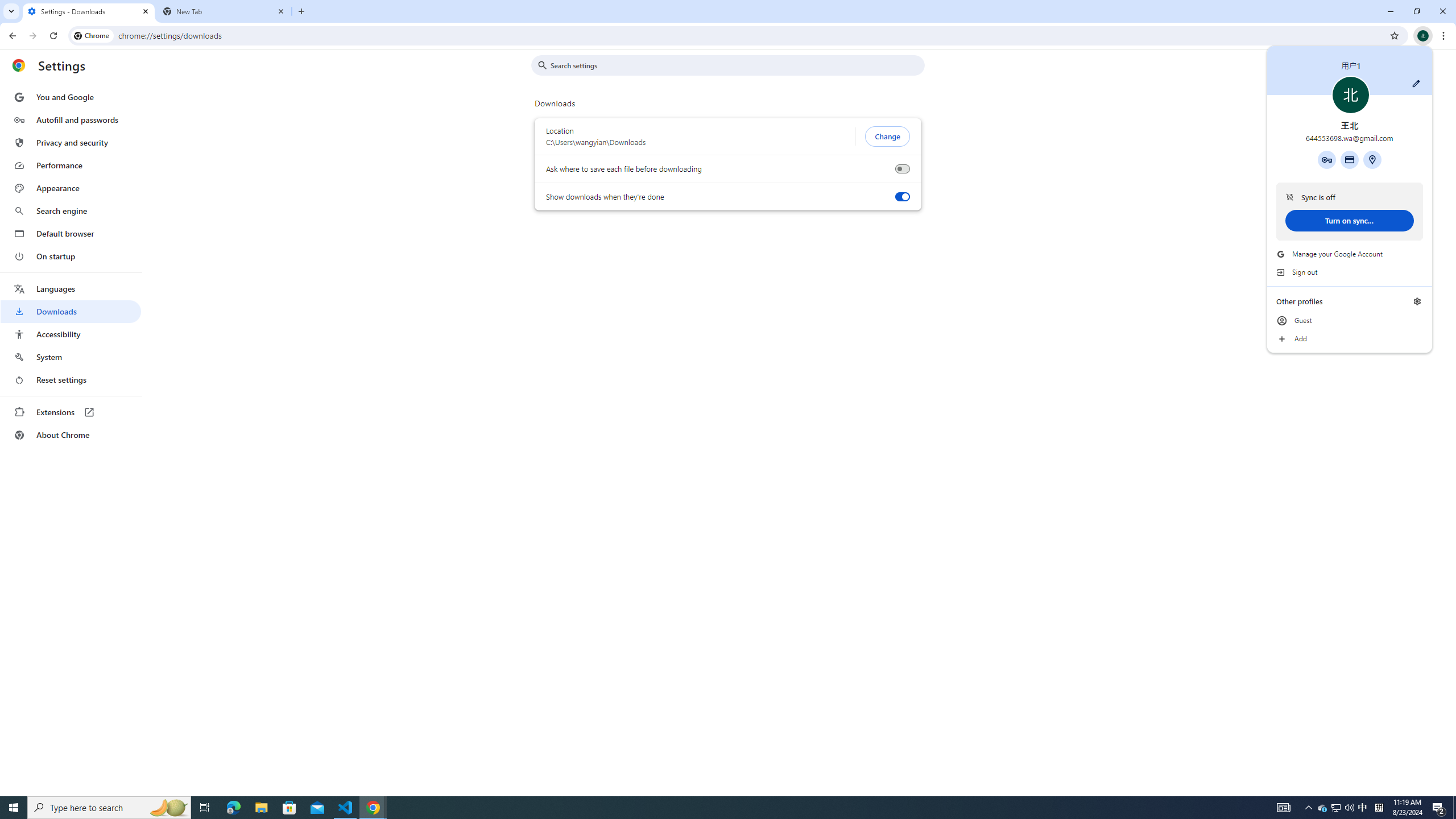 This screenshot has width=1456, height=819. What do you see at coordinates (1415, 82) in the screenshot?
I see `'Customize profile'` at bounding box center [1415, 82].